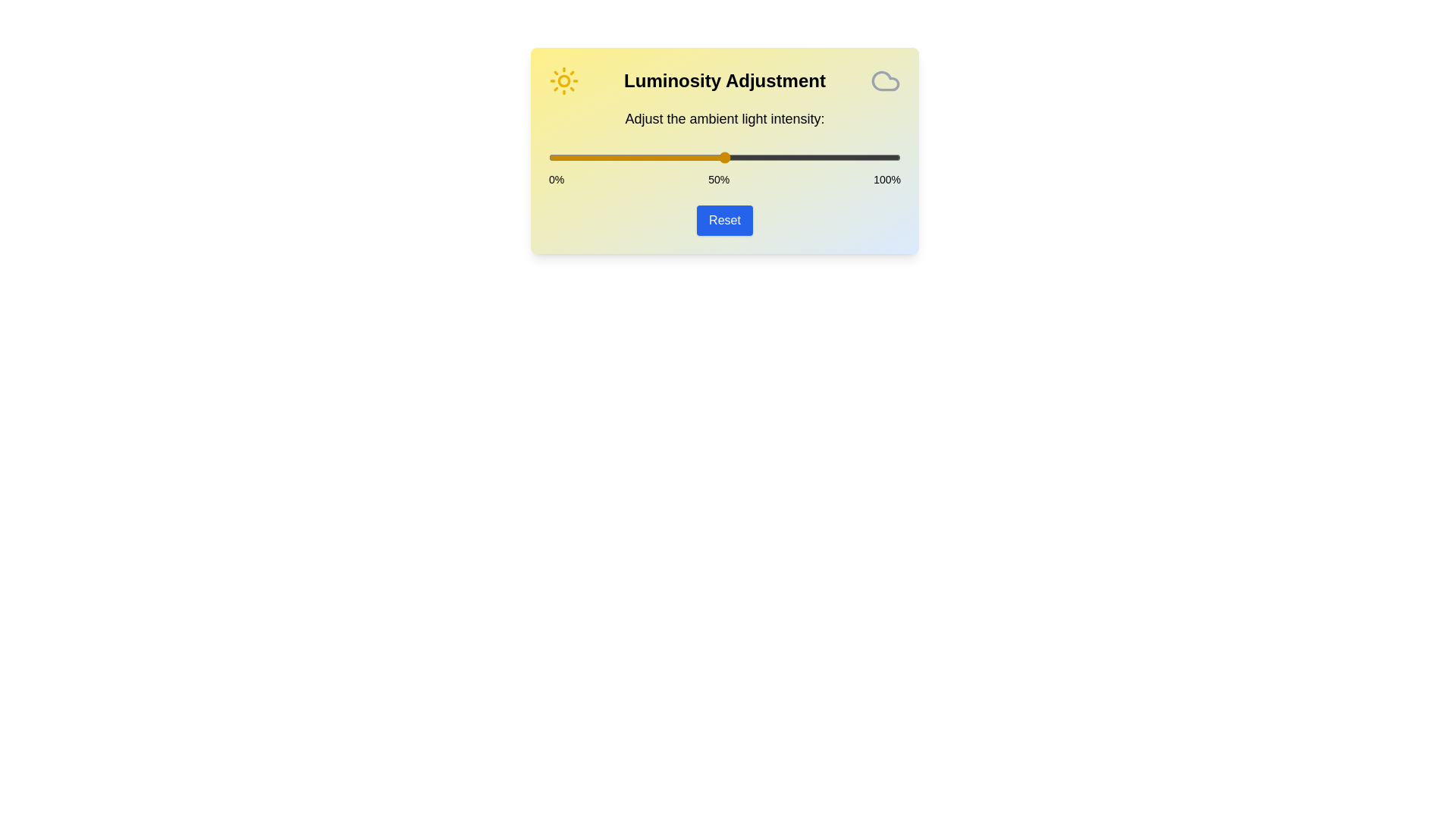 The height and width of the screenshot is (819, 1456). Describe the element at coordinates (883, 158) in the screenshot. I see `the light intensity to 95% by sliding the slider` at that location.